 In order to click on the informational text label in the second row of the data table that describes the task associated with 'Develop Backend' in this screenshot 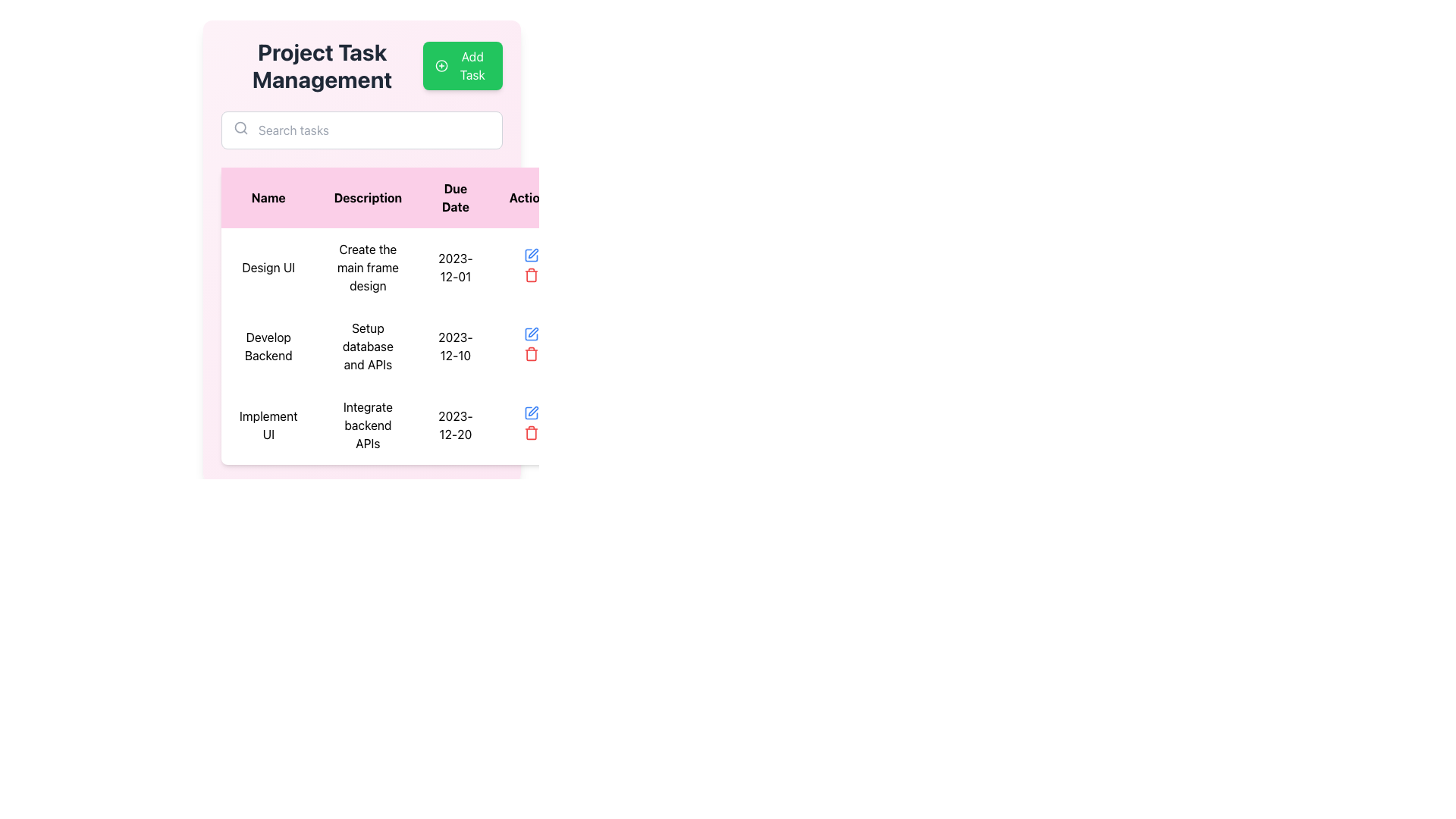, I will do `click(368, 346)`.